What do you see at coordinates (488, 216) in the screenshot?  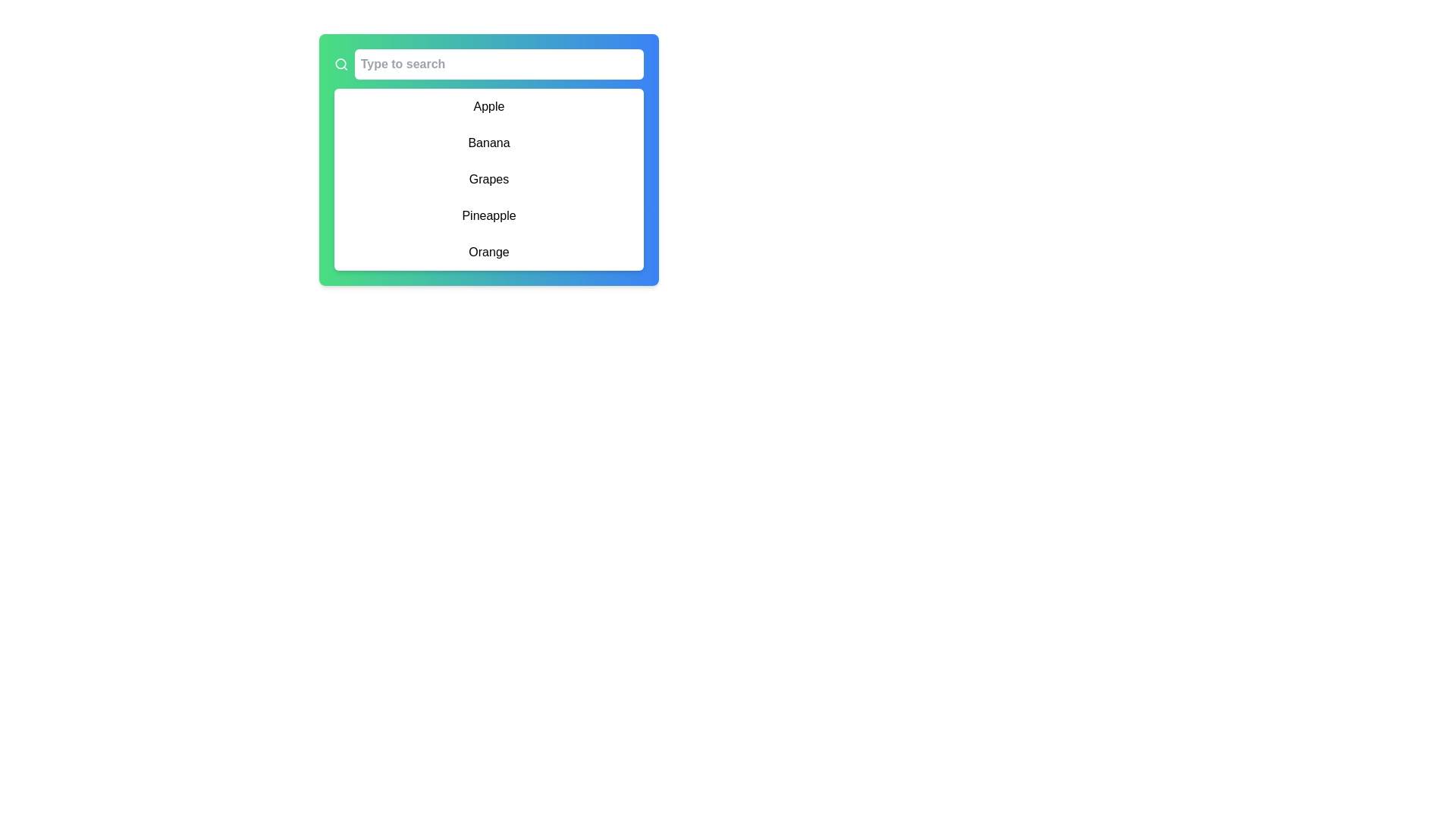 I see `the fourth list item labeled 'Pineapple'` at bounding box center [488, 216].